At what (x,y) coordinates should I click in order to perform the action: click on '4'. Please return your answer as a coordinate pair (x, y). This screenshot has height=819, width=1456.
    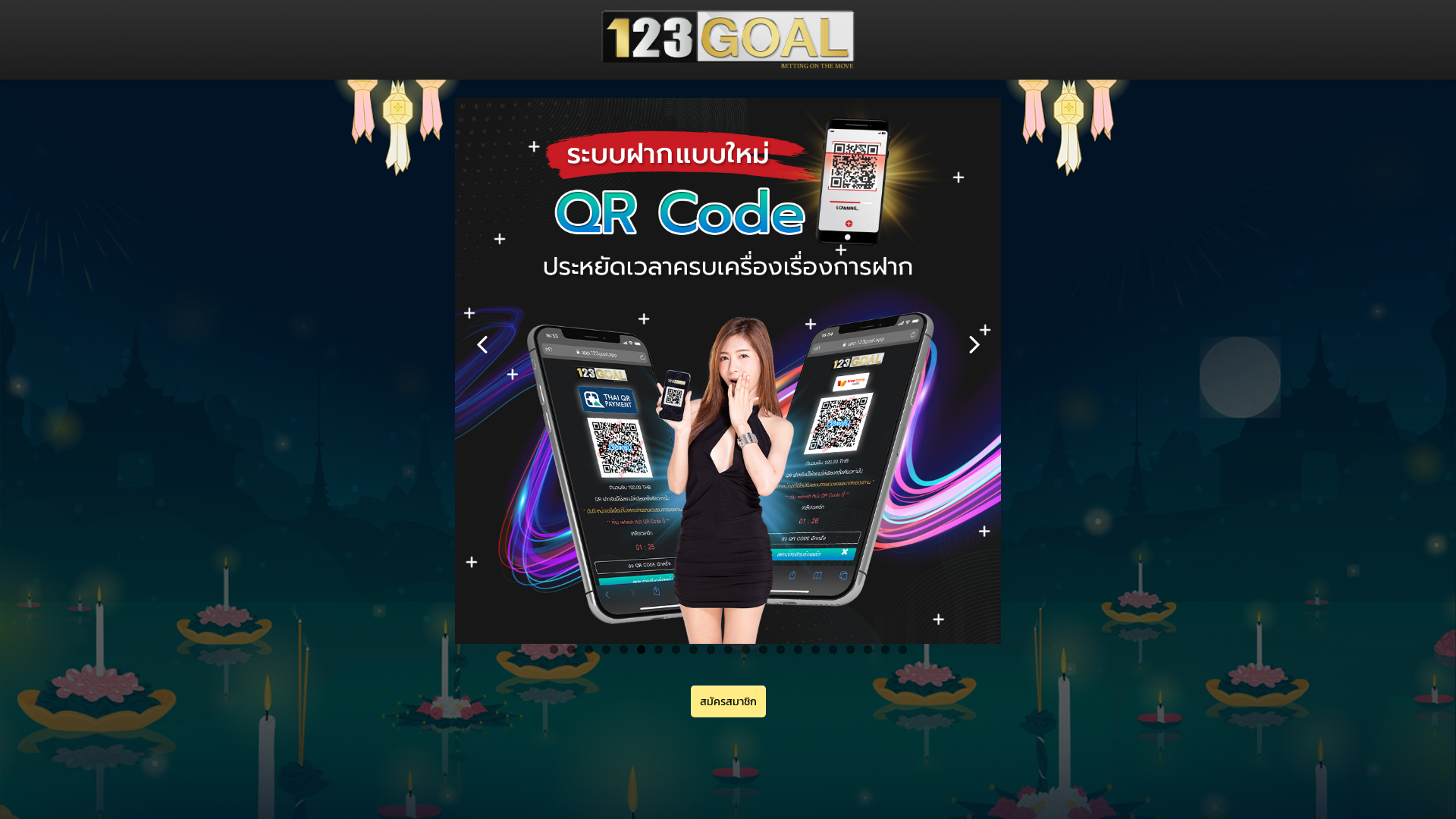
    Looking at the image, I should click on (605, 648).